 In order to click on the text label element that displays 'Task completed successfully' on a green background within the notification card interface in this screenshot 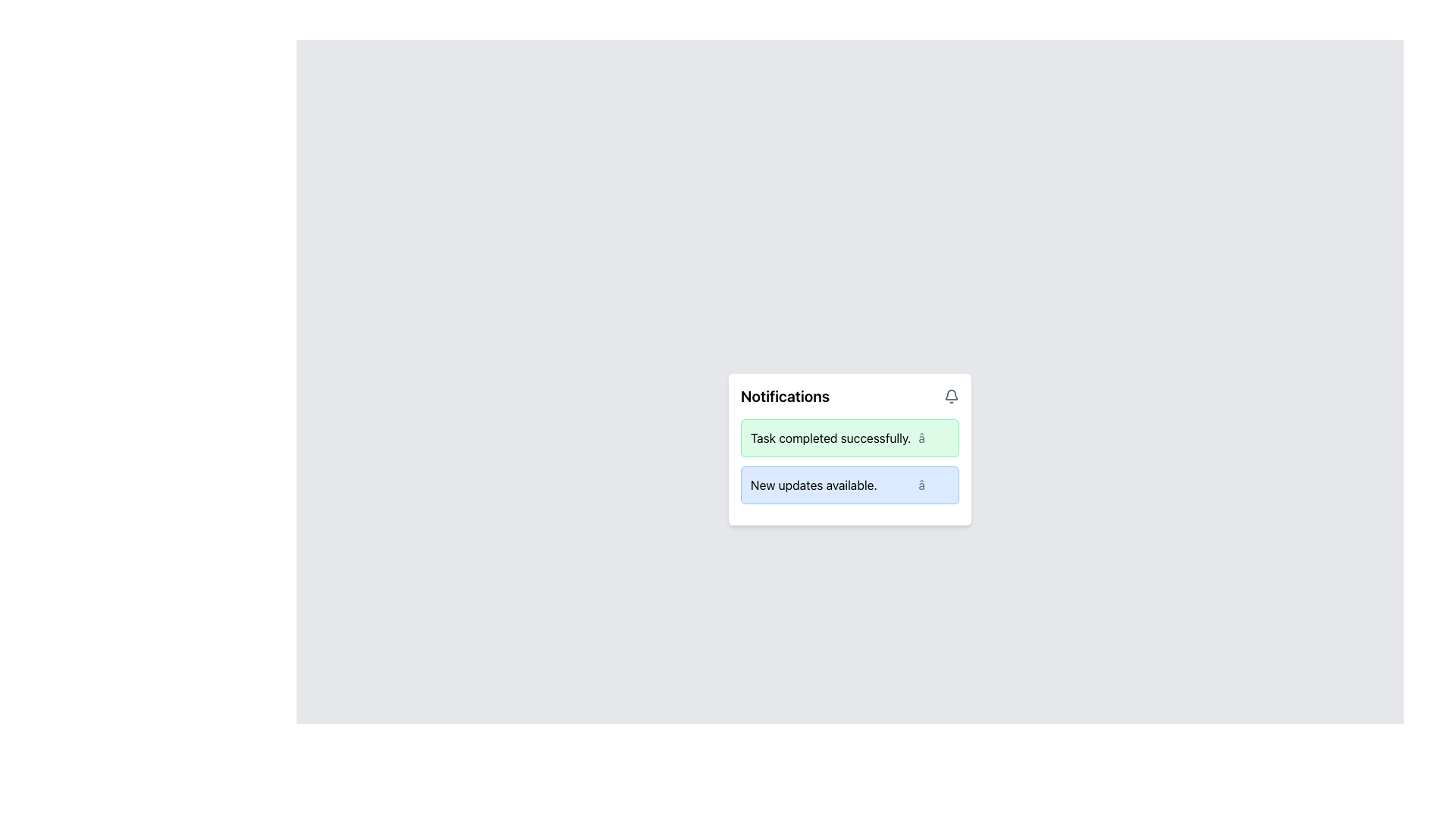, I will do `click(830, 438)`.